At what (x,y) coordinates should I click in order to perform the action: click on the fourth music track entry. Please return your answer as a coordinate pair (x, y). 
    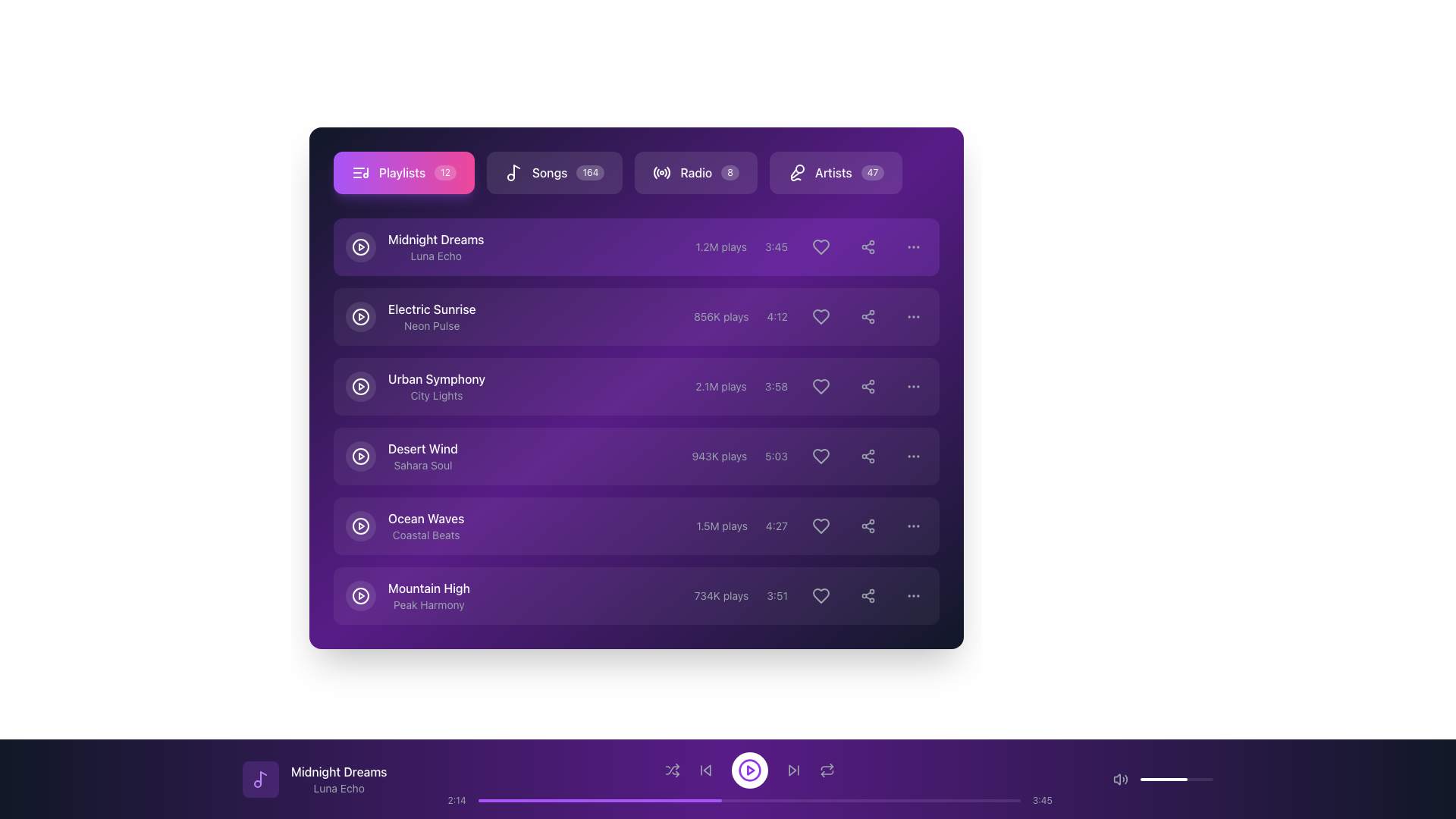
    Looking at the image, I should click on (636, 455).